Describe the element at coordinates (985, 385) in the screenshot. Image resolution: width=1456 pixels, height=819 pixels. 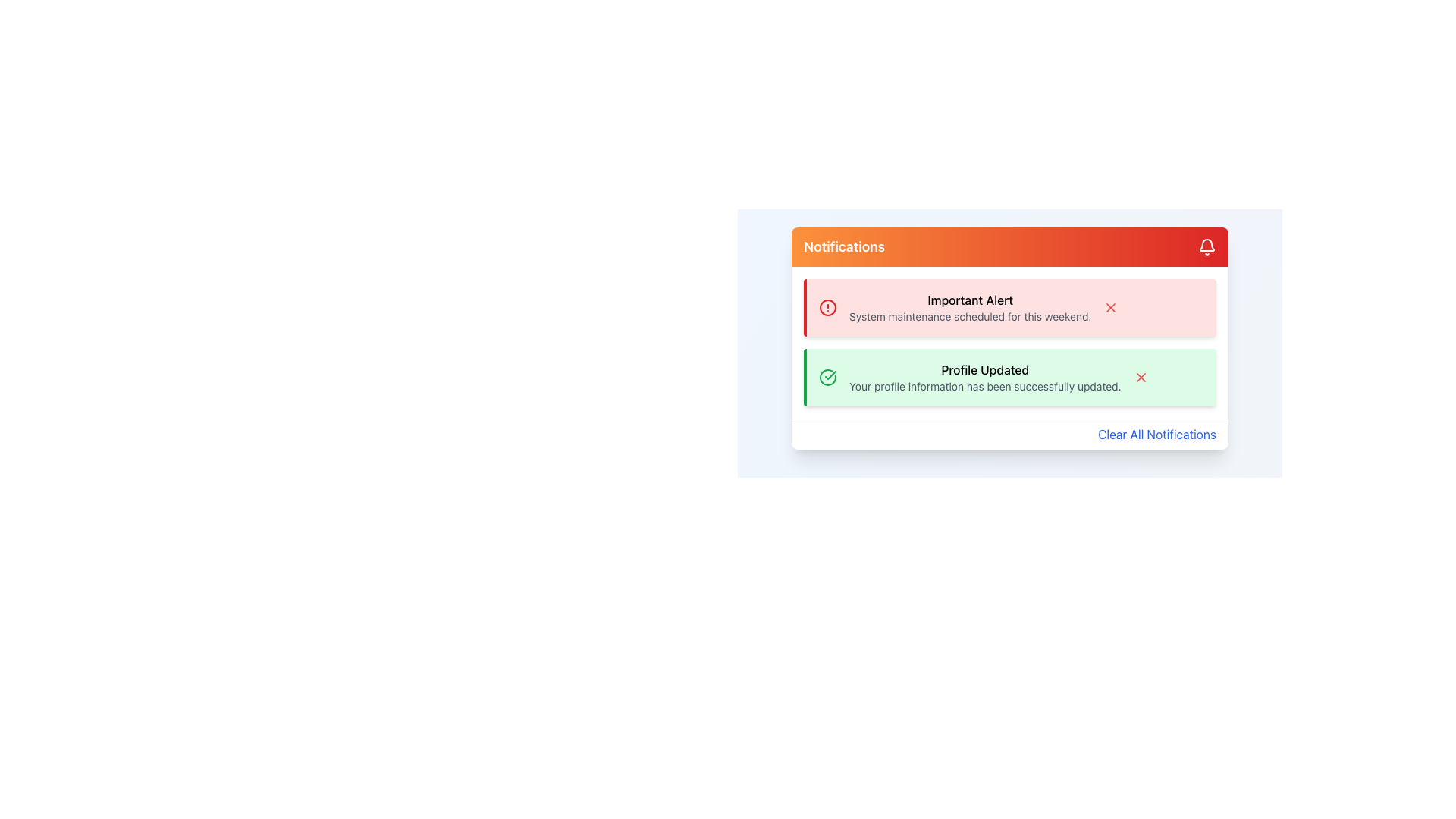
I see `message displayed in the text label that indicates 'Your profile information has been successfully updated.' located below the 'Profile Updated' title text in the green notification card` at that location.